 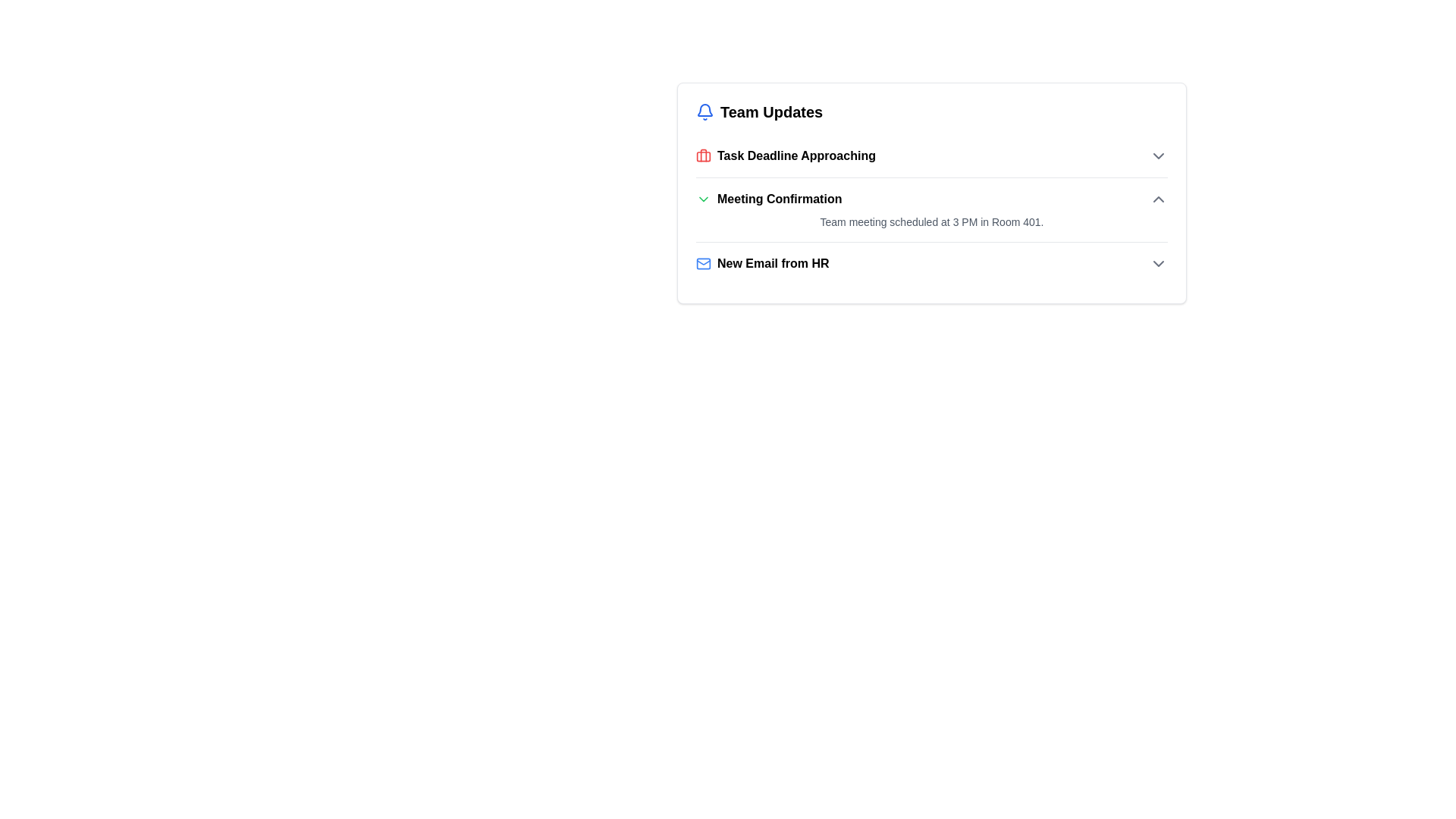 I want to click on the Notification item with an icon and text under the 'Team Updates' section, so click(x=762, y=262).